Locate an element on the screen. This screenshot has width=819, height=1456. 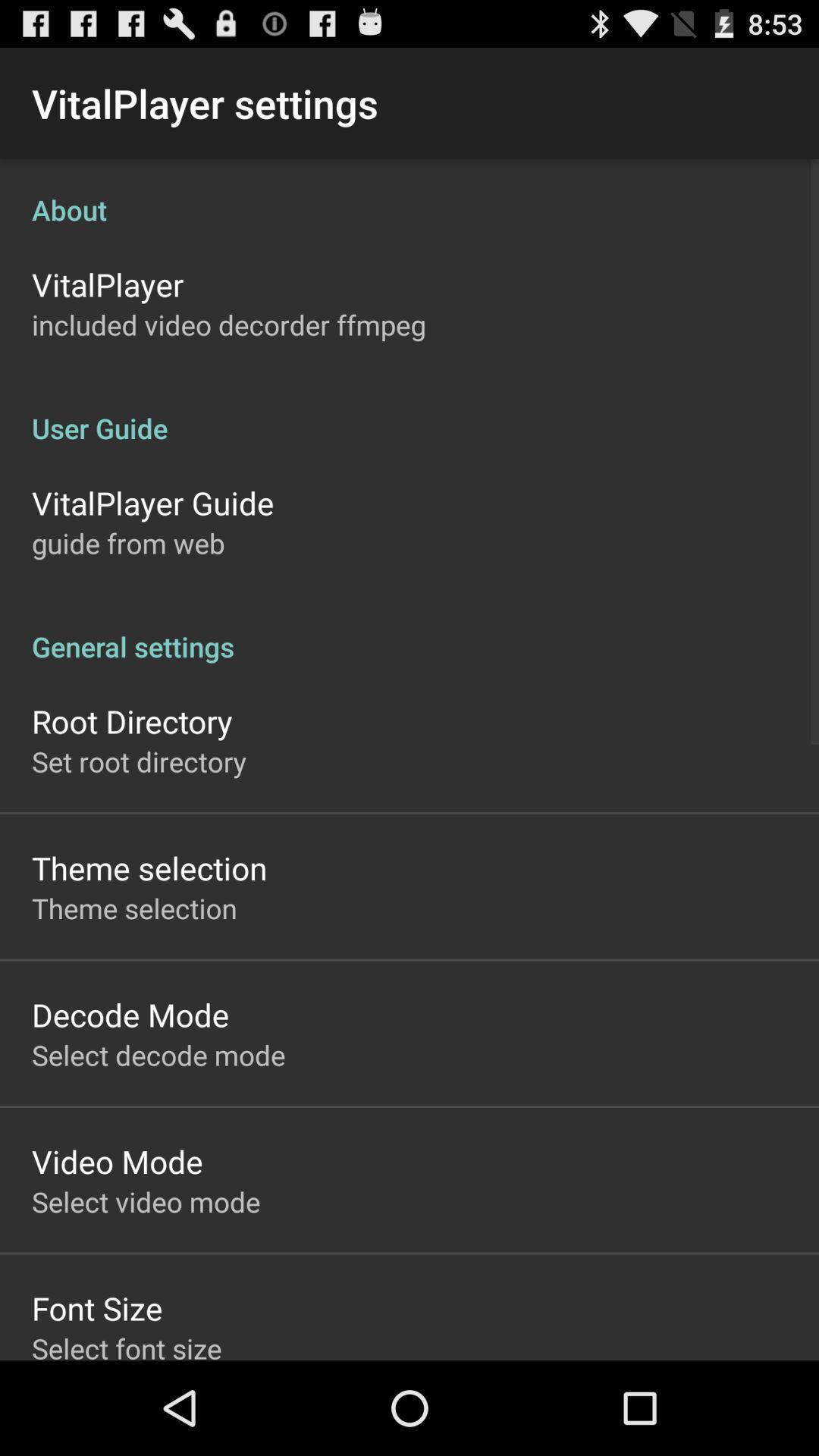
the app below user guide item is located at coordinates (152, 502).